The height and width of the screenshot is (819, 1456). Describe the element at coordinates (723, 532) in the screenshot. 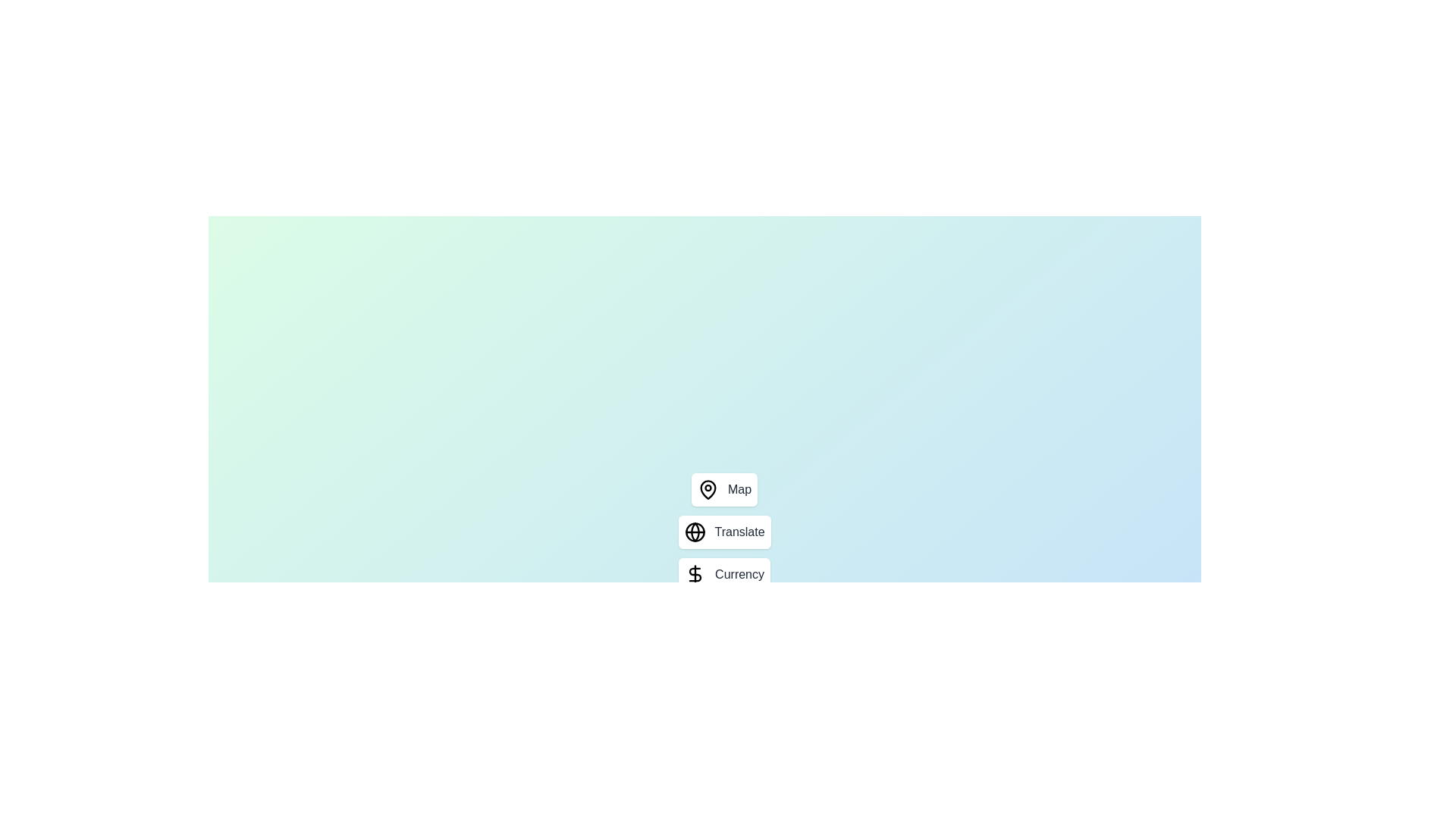

I see `the 'Translate' button to select the translation tool` at that location.